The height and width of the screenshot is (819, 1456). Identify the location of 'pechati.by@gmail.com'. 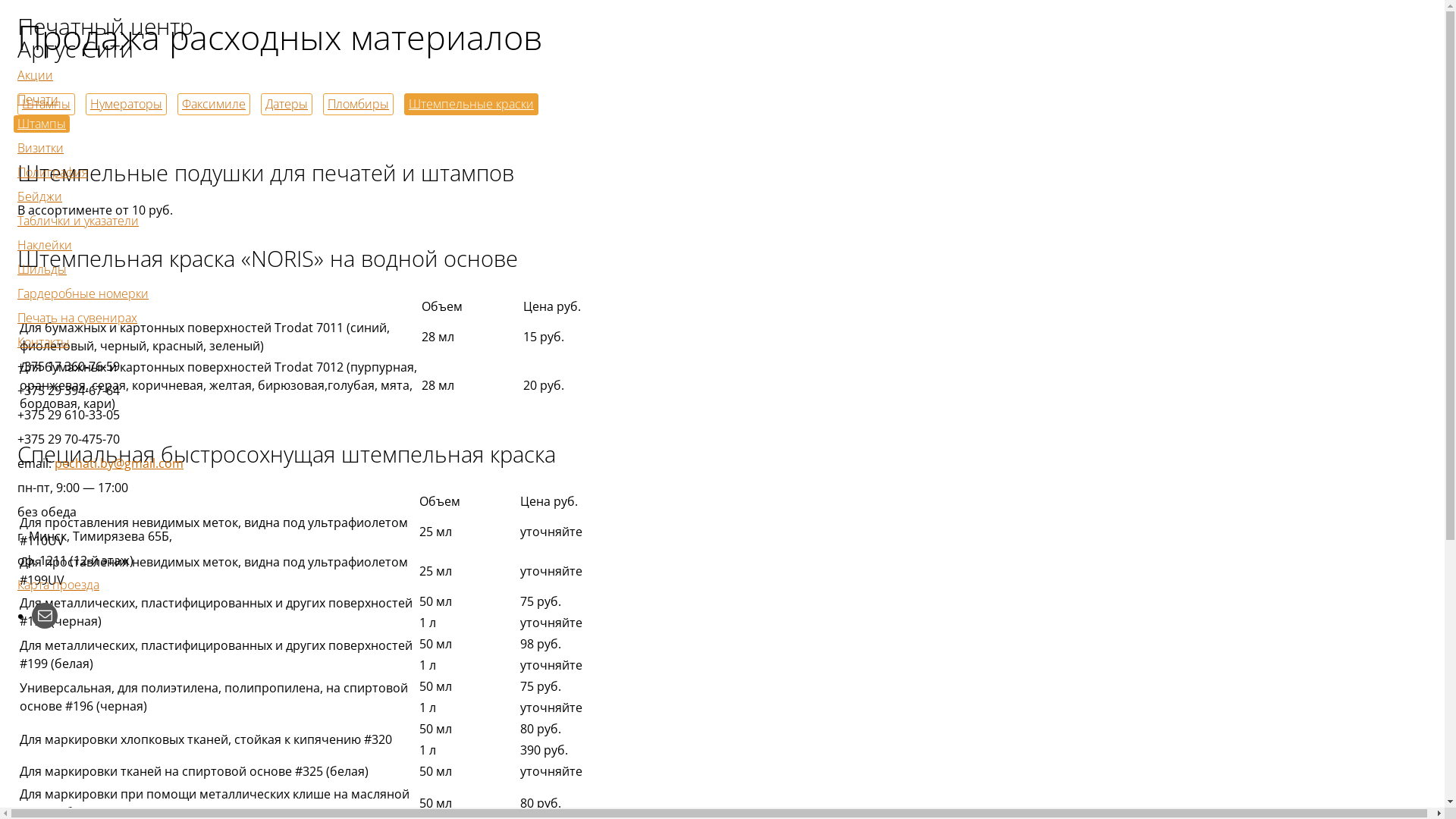
(55, 462).